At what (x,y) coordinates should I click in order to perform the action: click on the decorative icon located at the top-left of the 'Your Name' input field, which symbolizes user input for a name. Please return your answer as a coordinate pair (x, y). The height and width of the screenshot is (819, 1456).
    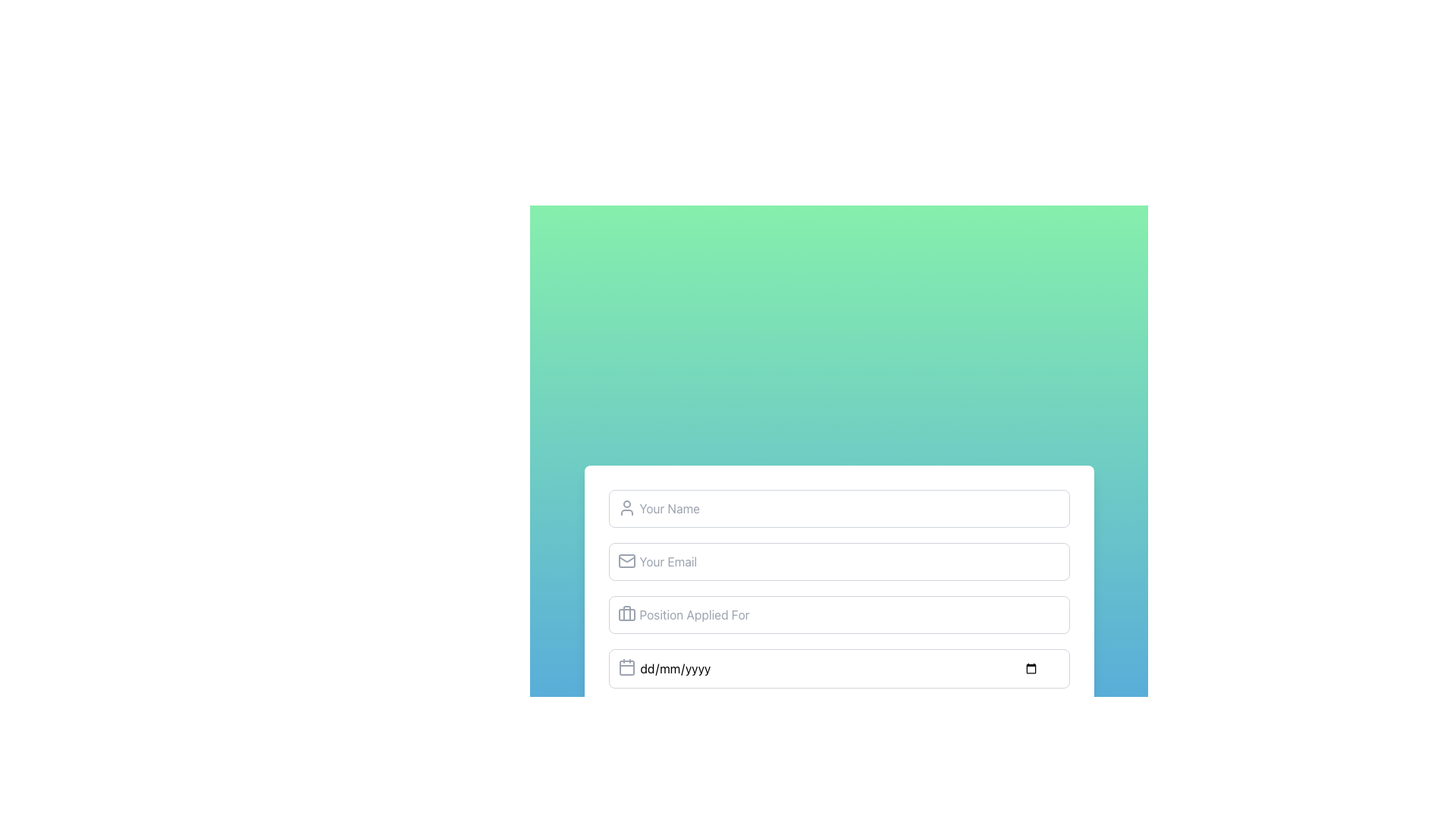
    Looking at the image, I should click on (626, 508).